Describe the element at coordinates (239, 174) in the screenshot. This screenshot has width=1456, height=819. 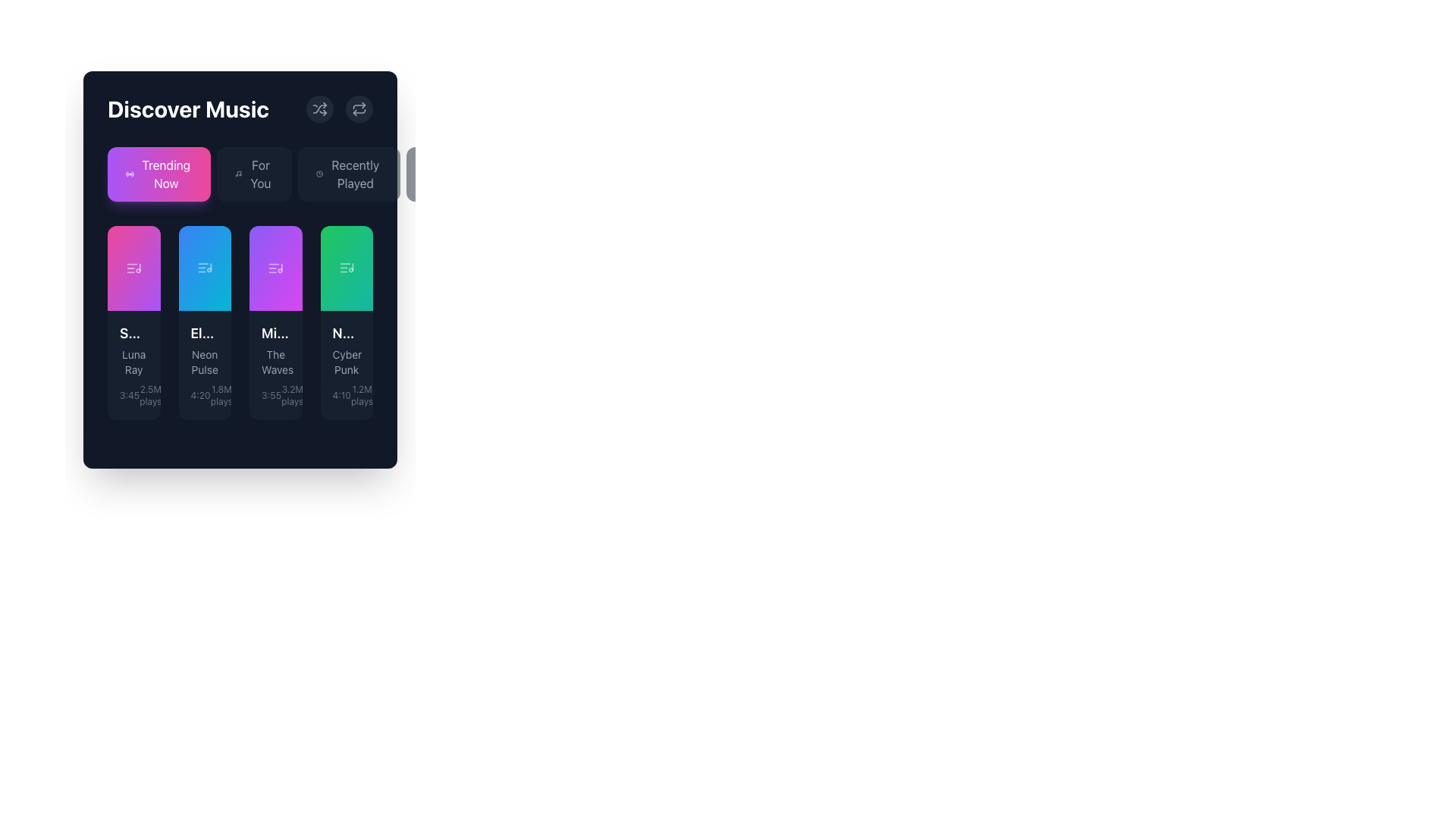
I see `the tab bar containing the buttons labeled 'Trending Now', 'For You', 'Recently Played', and 'Podcasts'` at that location.